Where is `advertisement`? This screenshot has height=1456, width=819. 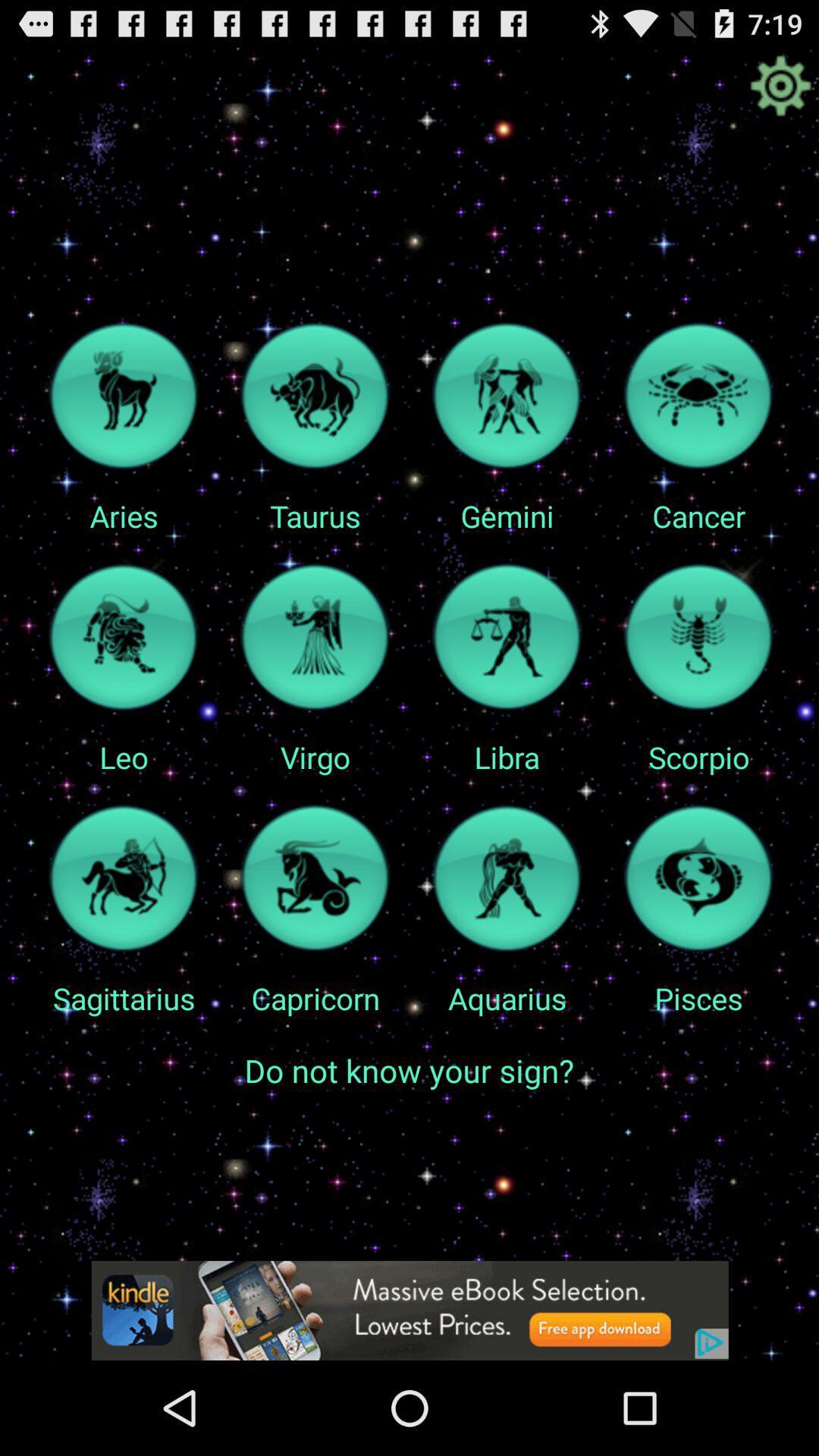 advertisement is located at coordinates (409, 1310).